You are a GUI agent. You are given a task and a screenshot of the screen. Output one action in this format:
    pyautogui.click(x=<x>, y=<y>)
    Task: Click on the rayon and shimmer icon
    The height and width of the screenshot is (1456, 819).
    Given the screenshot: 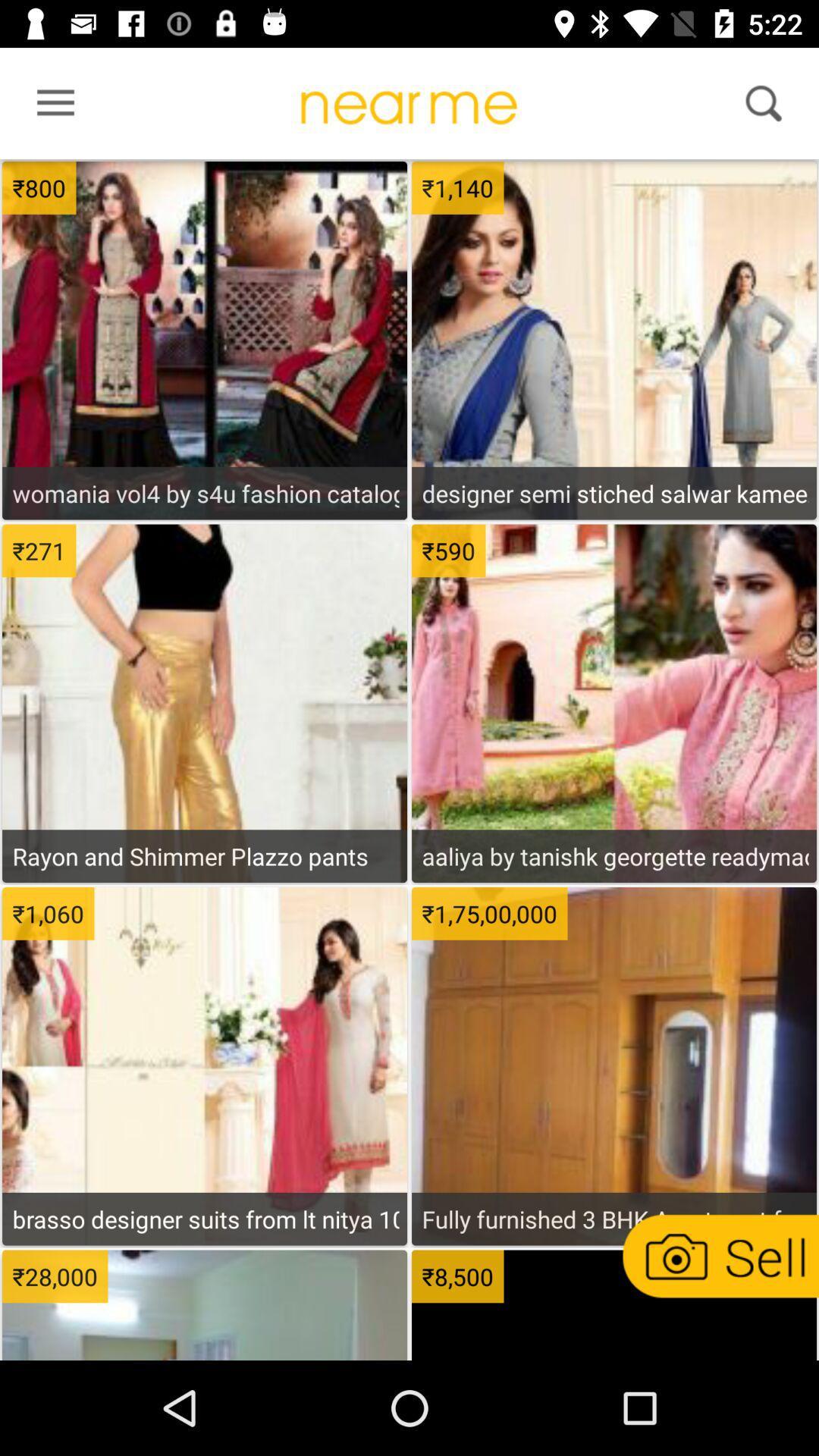 What is the action you would take?
    pyautogui.click(x=205, y=856)
    